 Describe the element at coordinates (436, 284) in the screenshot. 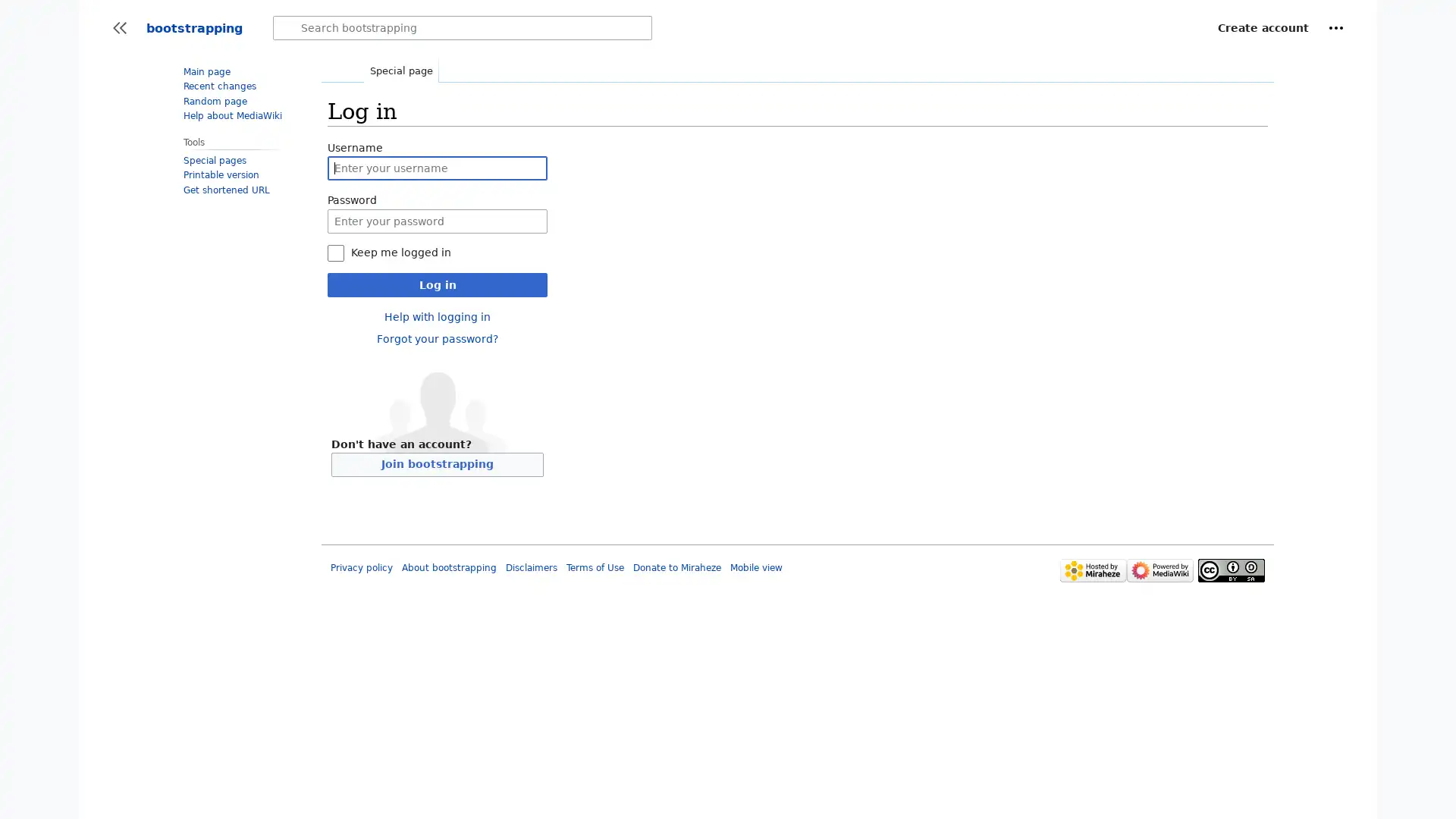

I see `Log in` at that location.